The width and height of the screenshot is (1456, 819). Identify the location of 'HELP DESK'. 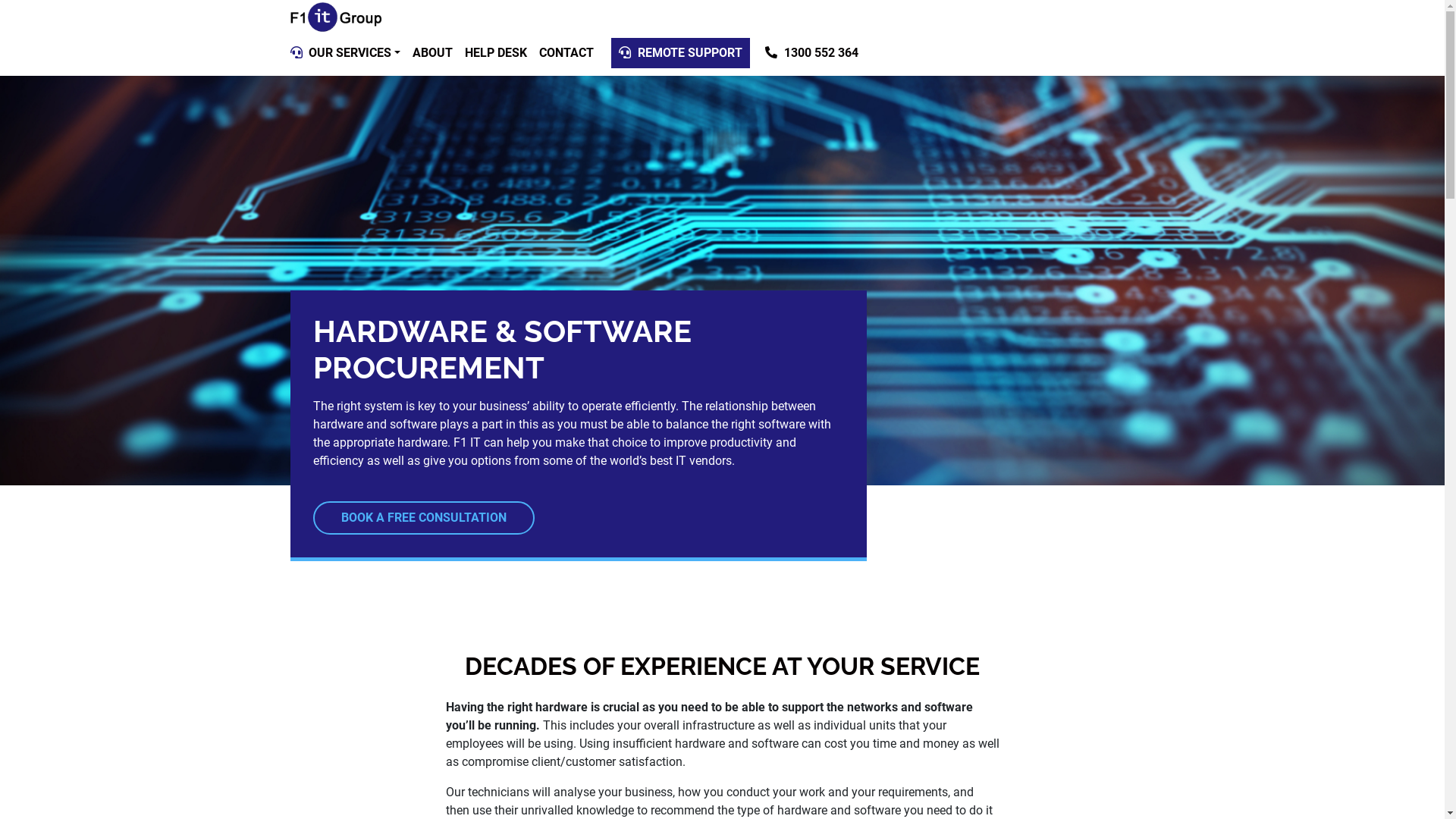
(457, 52).